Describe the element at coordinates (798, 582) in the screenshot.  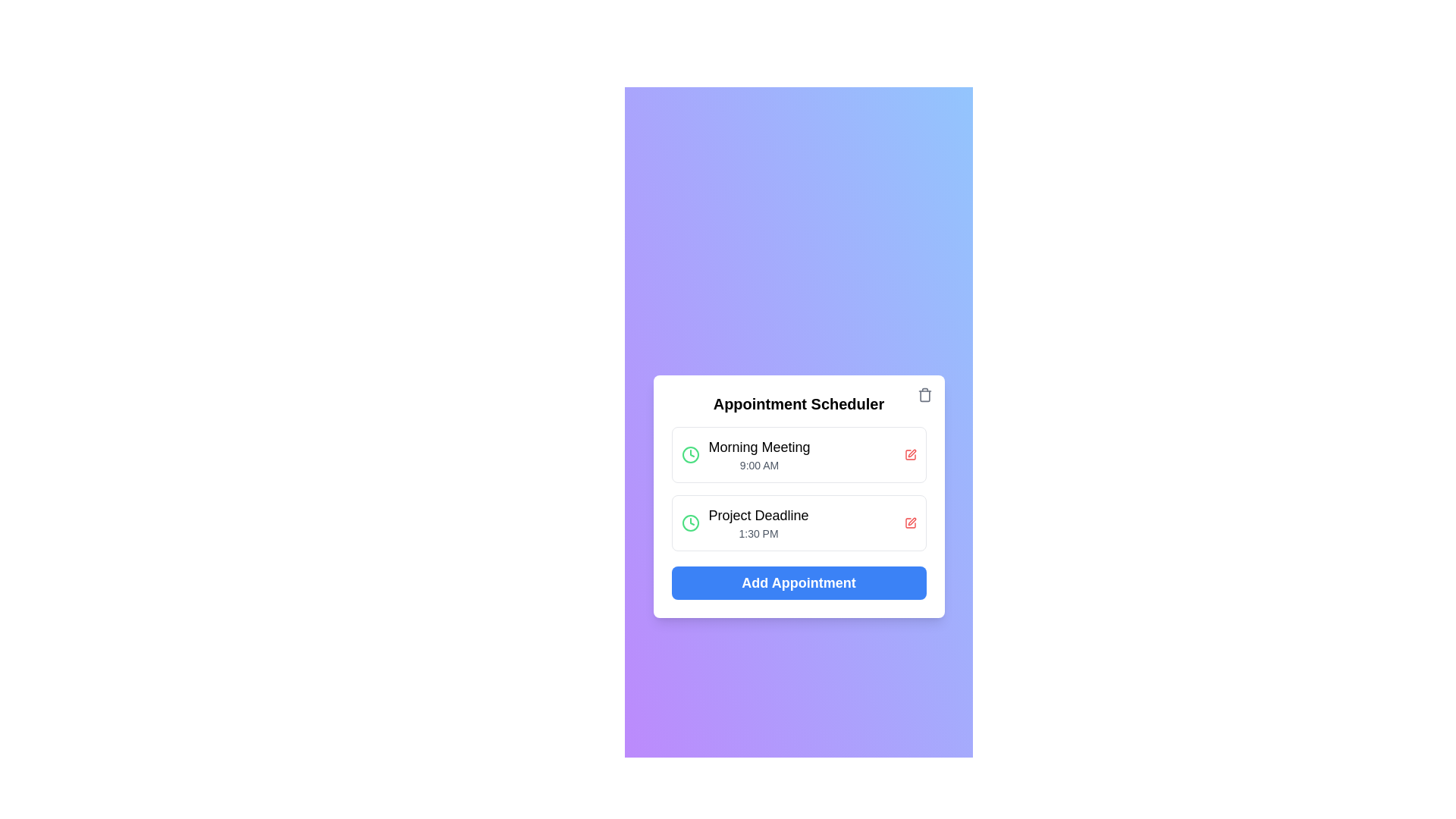
I see `the 'Add Appointment' button with a blue background and white bold text for keyboard interaction` at that location.